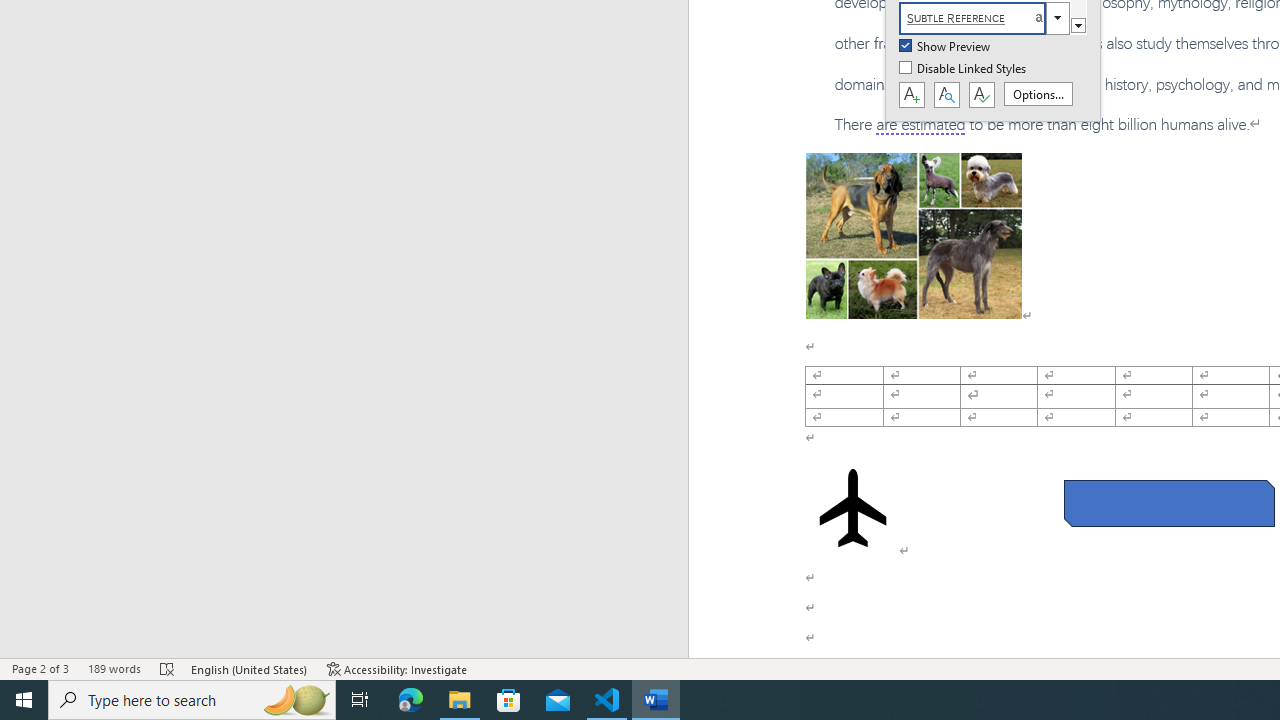 This screenshot has width=1280, height=720. What do you see at coordinates (40, 669) in the screenshot?
I see `'Page Number Page 2 of 3'` at bounding box center [40, 669].